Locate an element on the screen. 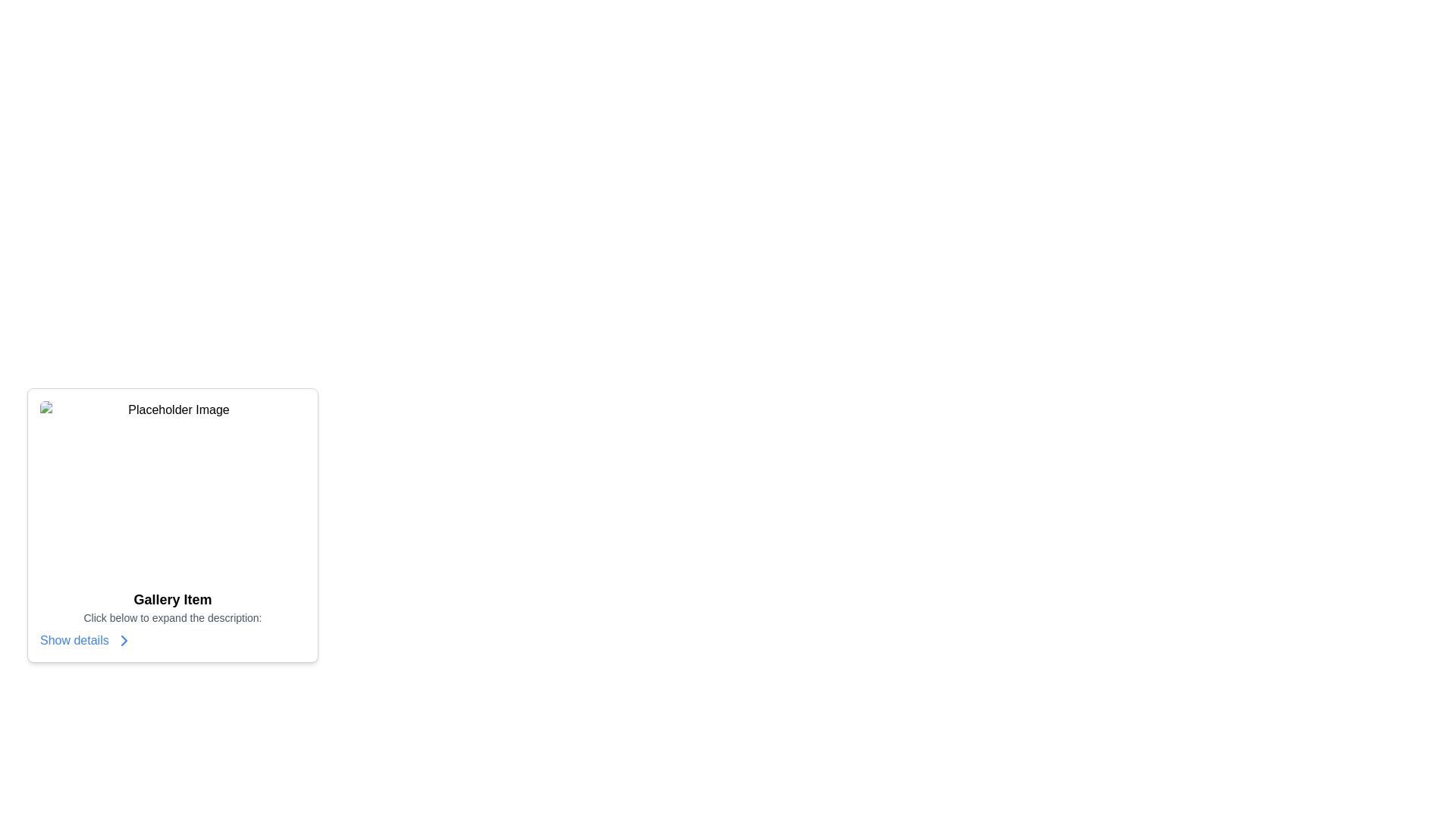 The width and height of the screenshot is (1456, 819). the interactive text link with an icon located at the bottom of the card component, below the description text 'Click below is located at coordinates (86, 640).